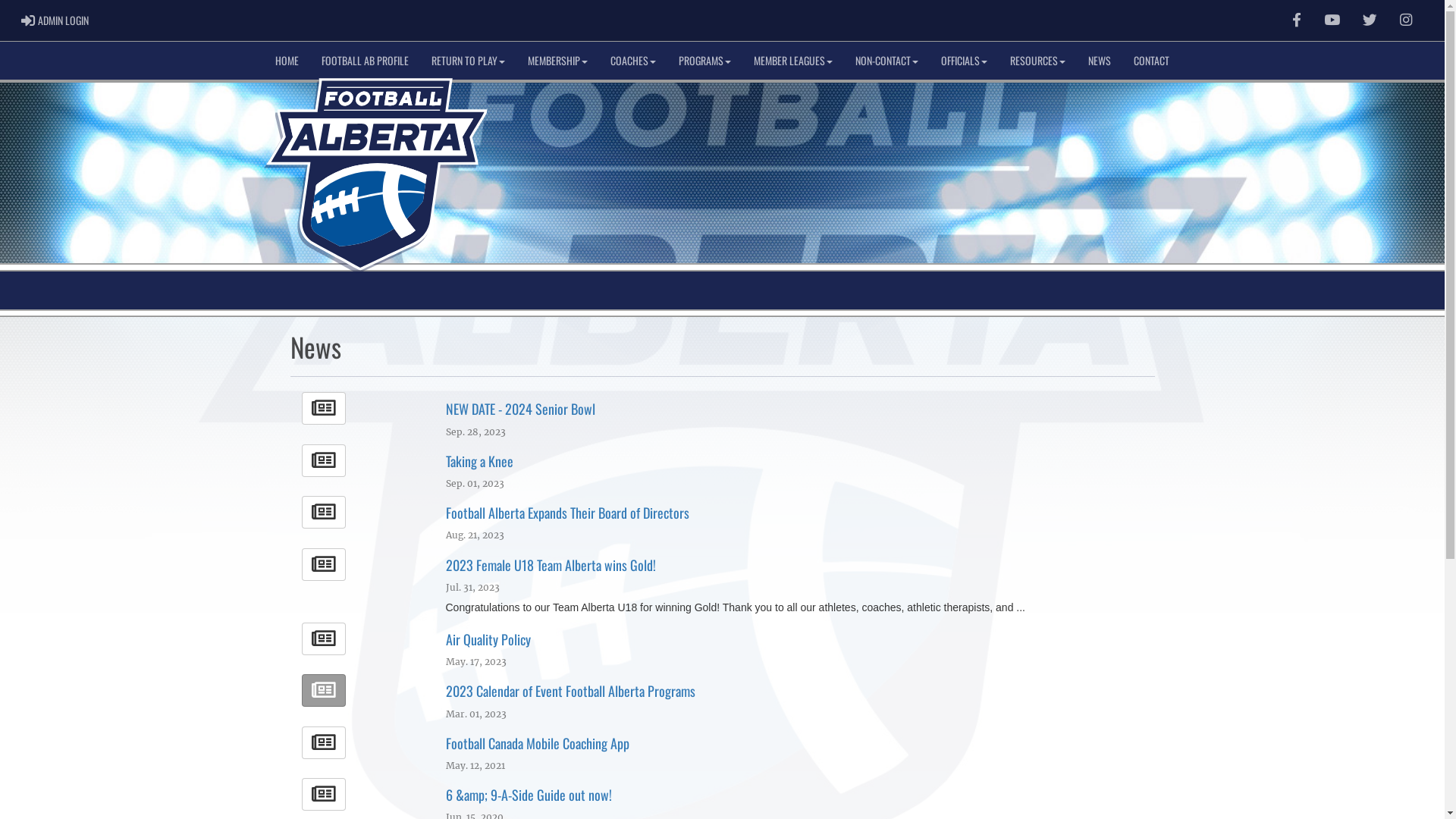 The image size is (1456, 819). Describe the element at coordinates (1295, 20) in the screenshot. I see `'Facebook'` at that location.